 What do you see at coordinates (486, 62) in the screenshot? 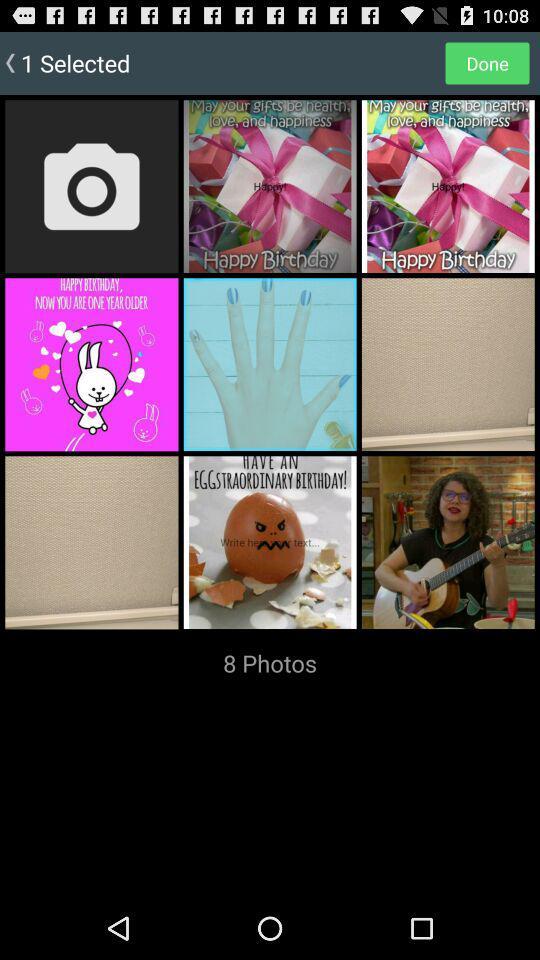
I see `done item` at bounding box center [486, 62].